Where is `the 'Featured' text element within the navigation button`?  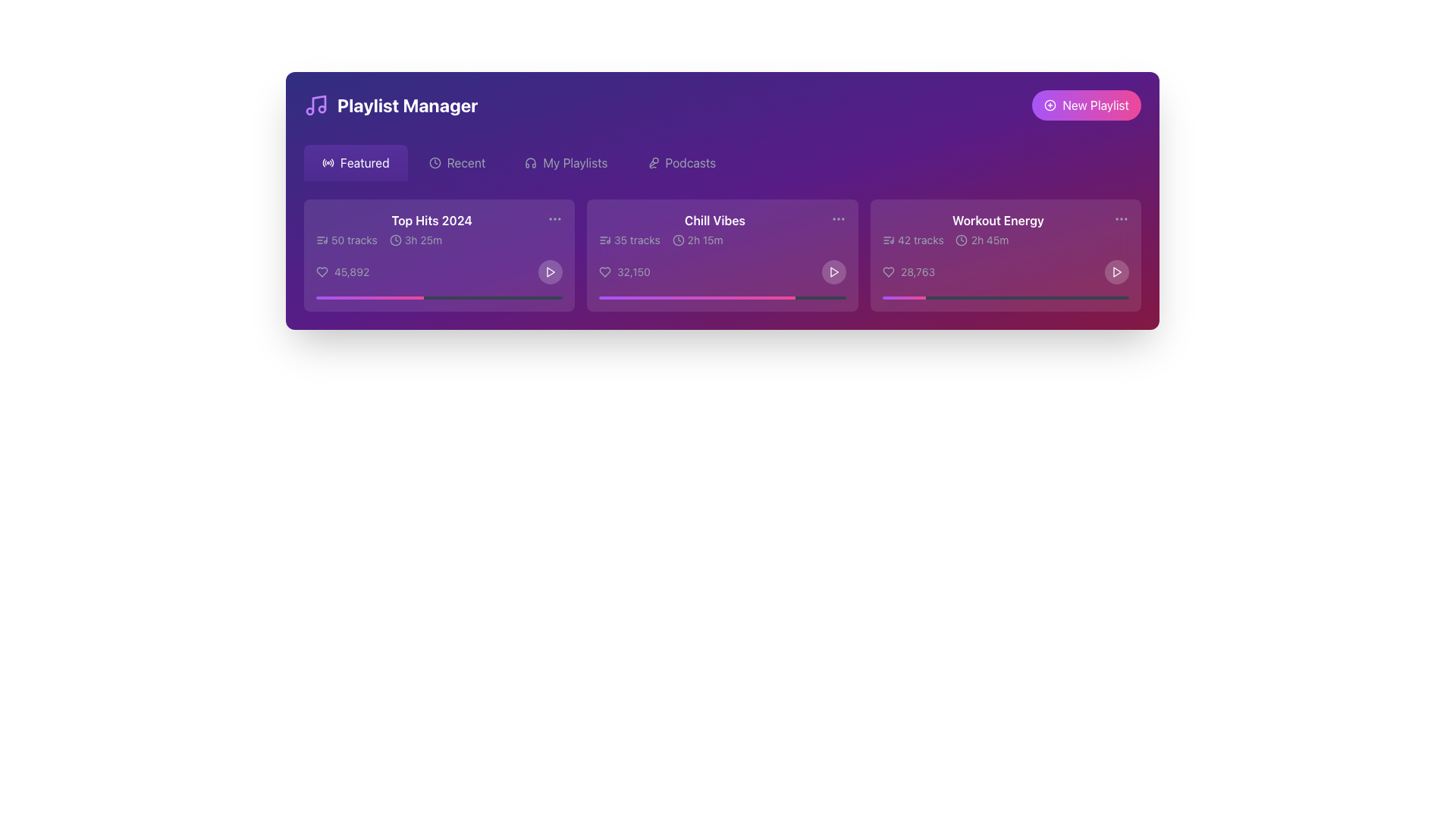 the 'Featured' text element within the navigation button is located at coordinates (365, 163).